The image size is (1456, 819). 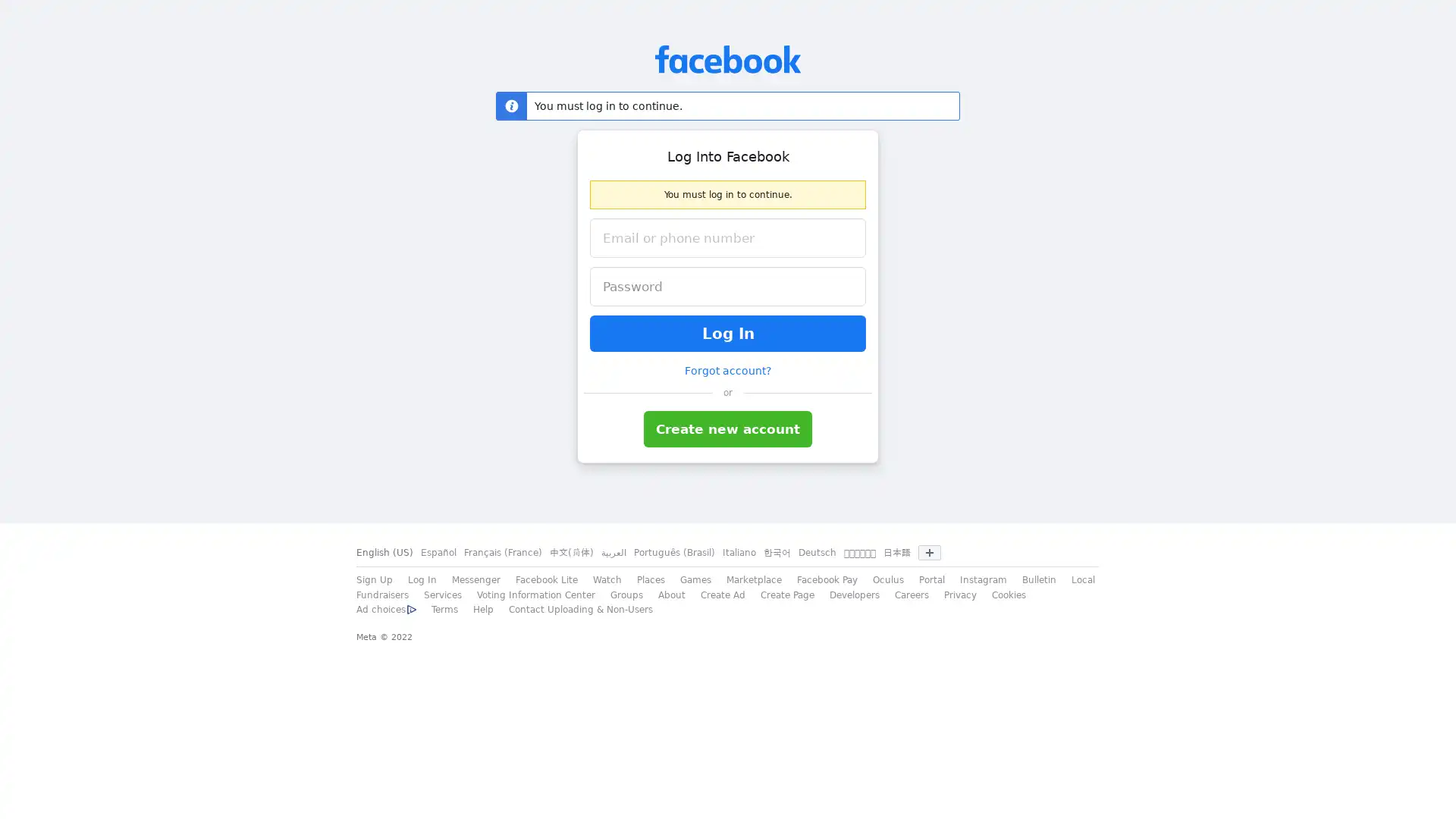 What do you see at coordinates (728, 332) in the screenshot?
I see `Log In` at bounding box center [728, 332].